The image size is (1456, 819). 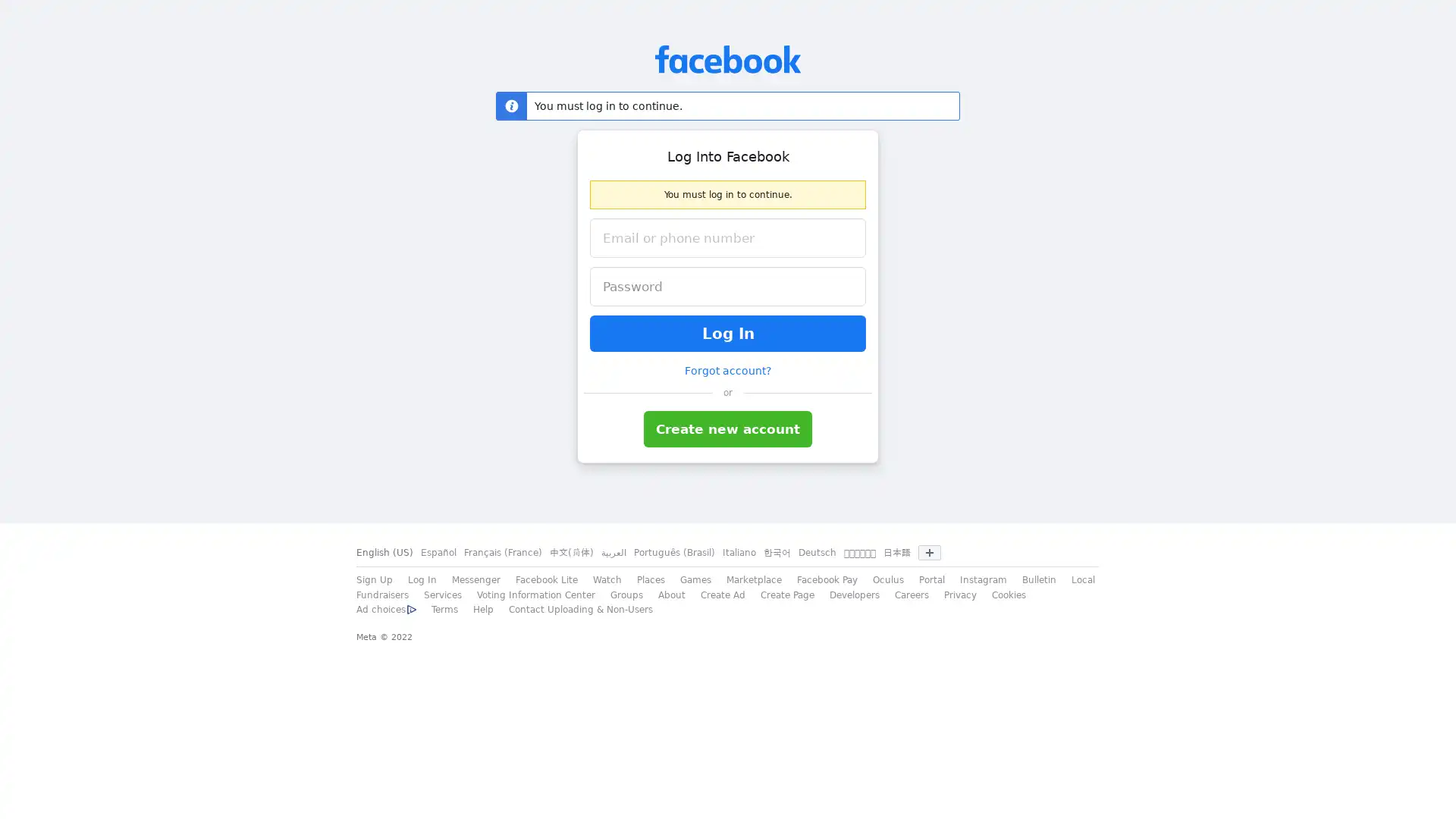 What do you see at coordinates (728, 332) in the screenshot?
I see `Log In` at bounding box center [728, 332].